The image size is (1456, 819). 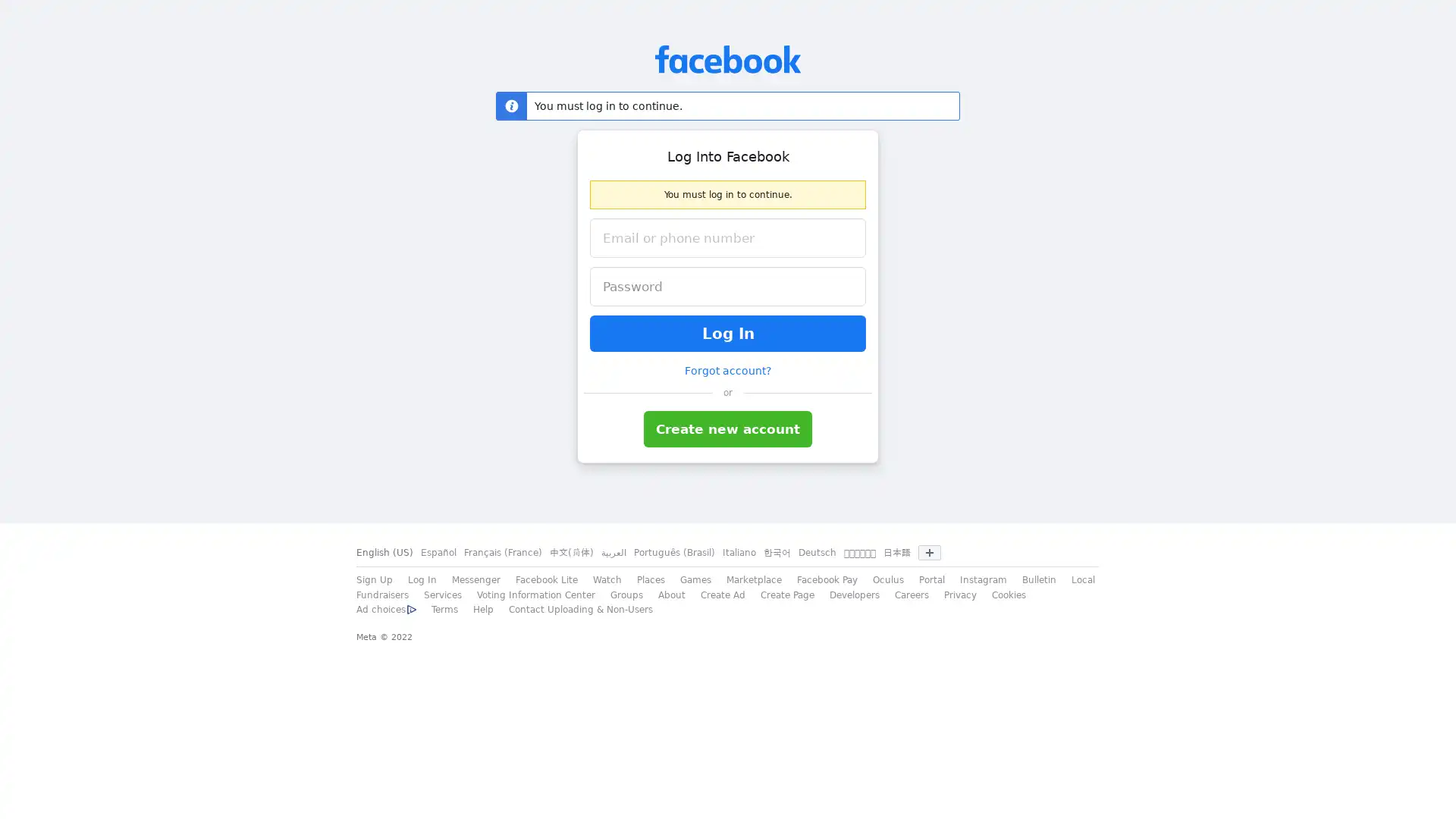 What do you see at coordinates (728, 332) in the screenshot?
I see `Log In` at bounding box center [728, 332].